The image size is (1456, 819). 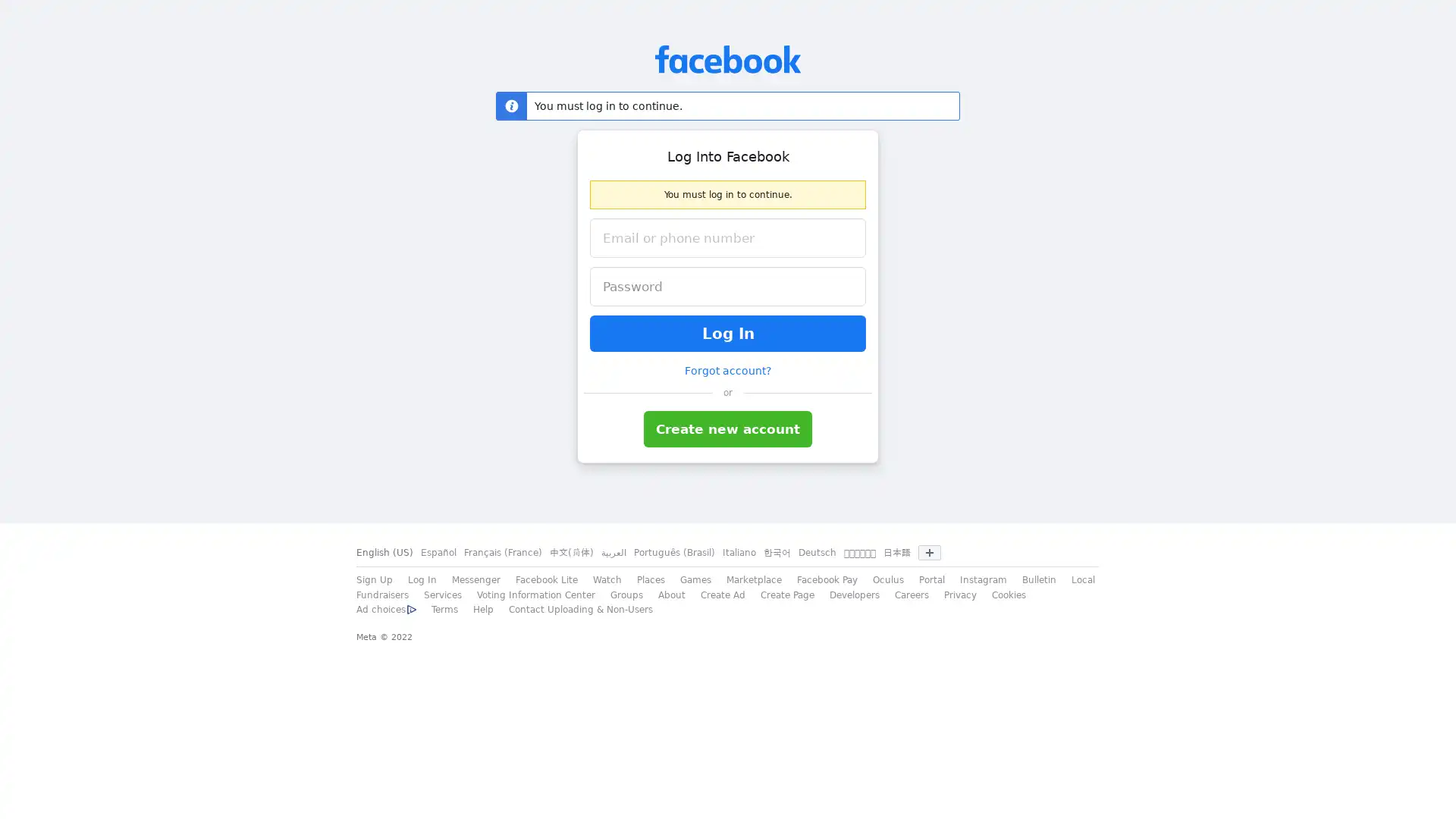 What do you see at coordinates (728, 332) in the screenshot?
I see `Log In` at bounding box center [728, 332].